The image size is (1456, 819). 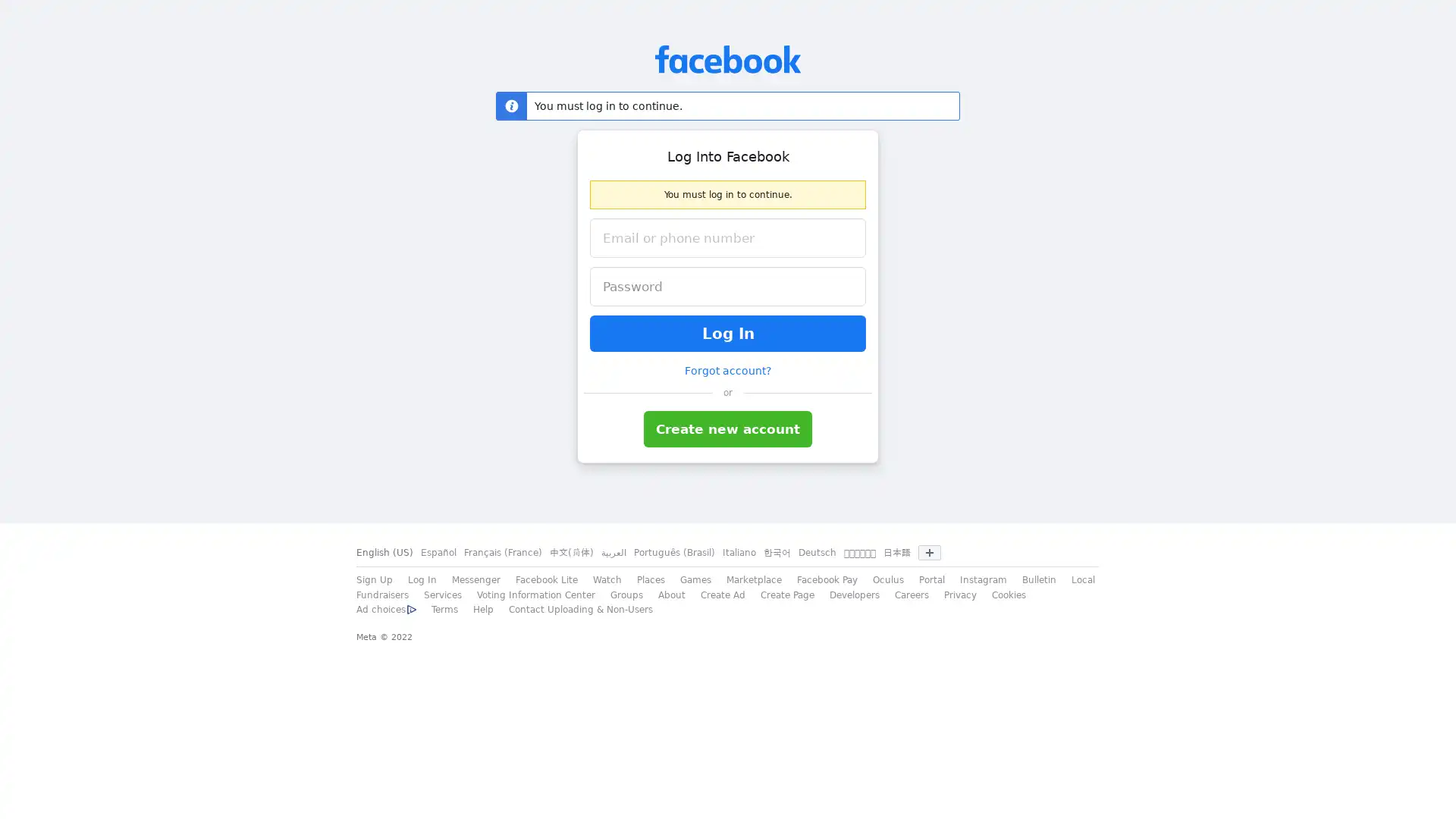 What do you see at coordinates (728, 332) in the screenshot?
I see `Log In` at bounding box center [728, 332].